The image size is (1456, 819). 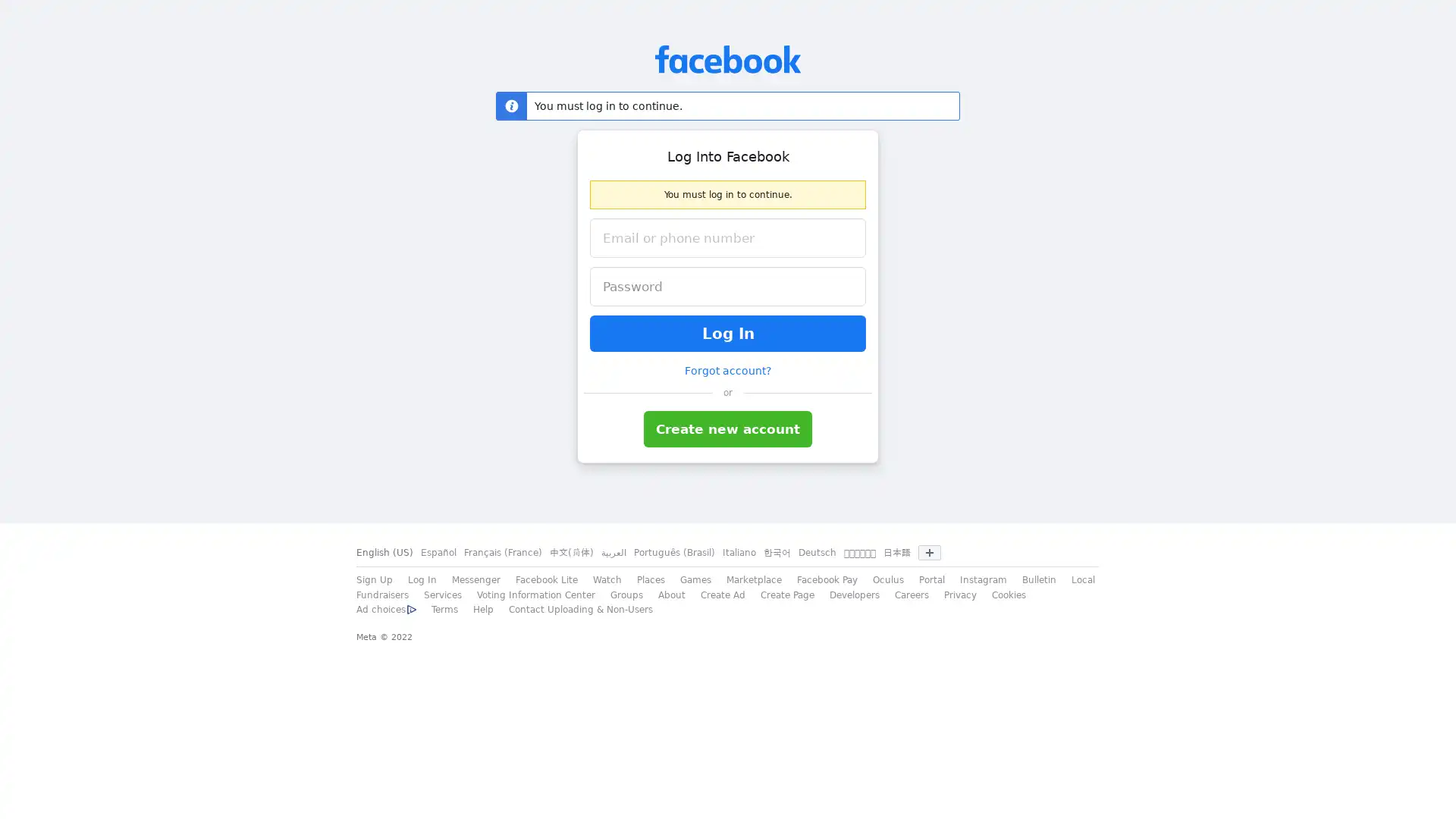 What do you see at coordinates (728, 332) in the screenshot?
I see `Log In` at bounding box center [728, 332].